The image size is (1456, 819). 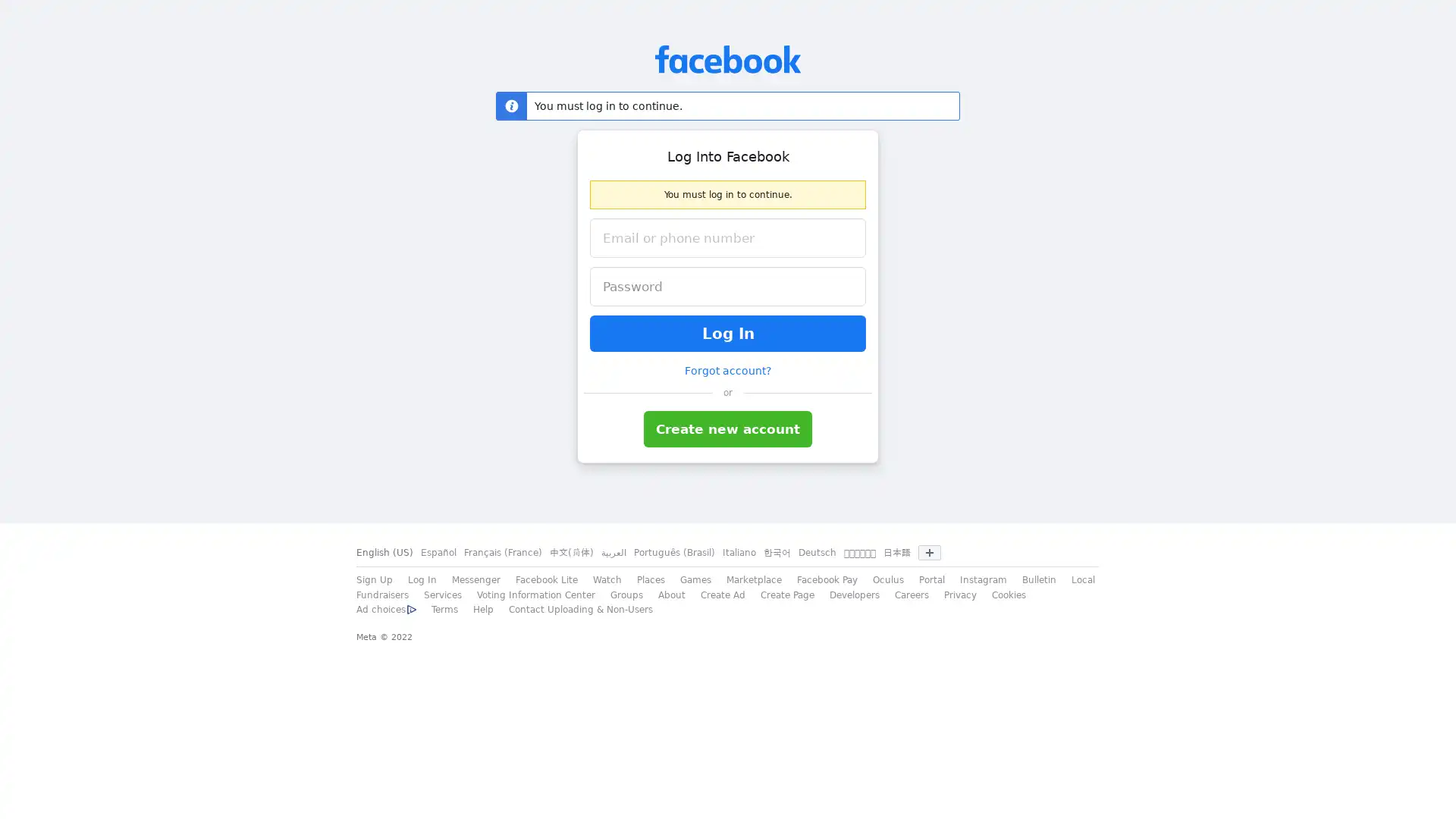 What do you see at coordinates (728, 332) in the screenshot?
I see `Log In` at bounding box center [728, 332].